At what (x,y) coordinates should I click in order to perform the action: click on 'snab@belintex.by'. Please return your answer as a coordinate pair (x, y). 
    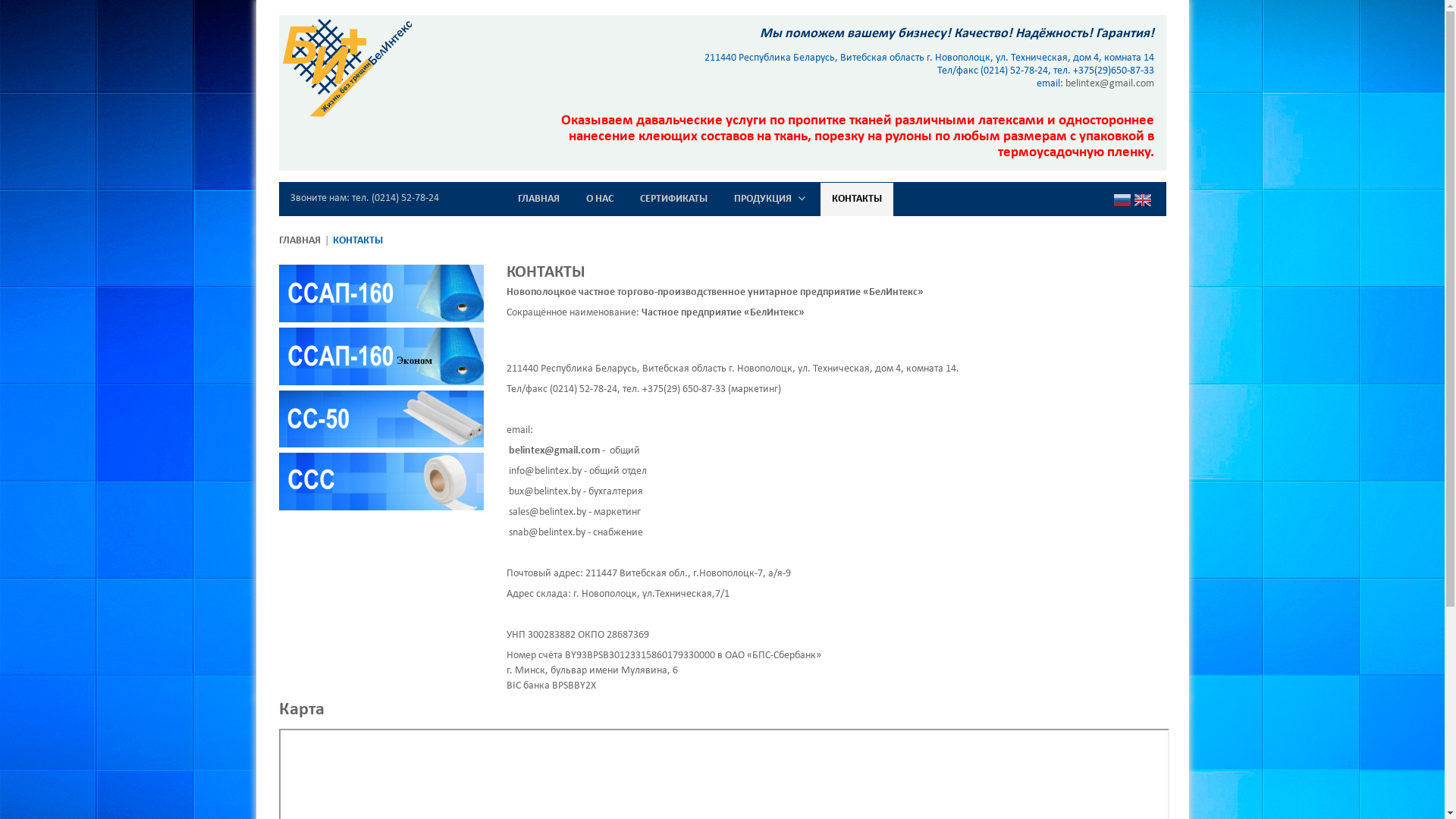
    Looking at the image, I should click on (546, 532).